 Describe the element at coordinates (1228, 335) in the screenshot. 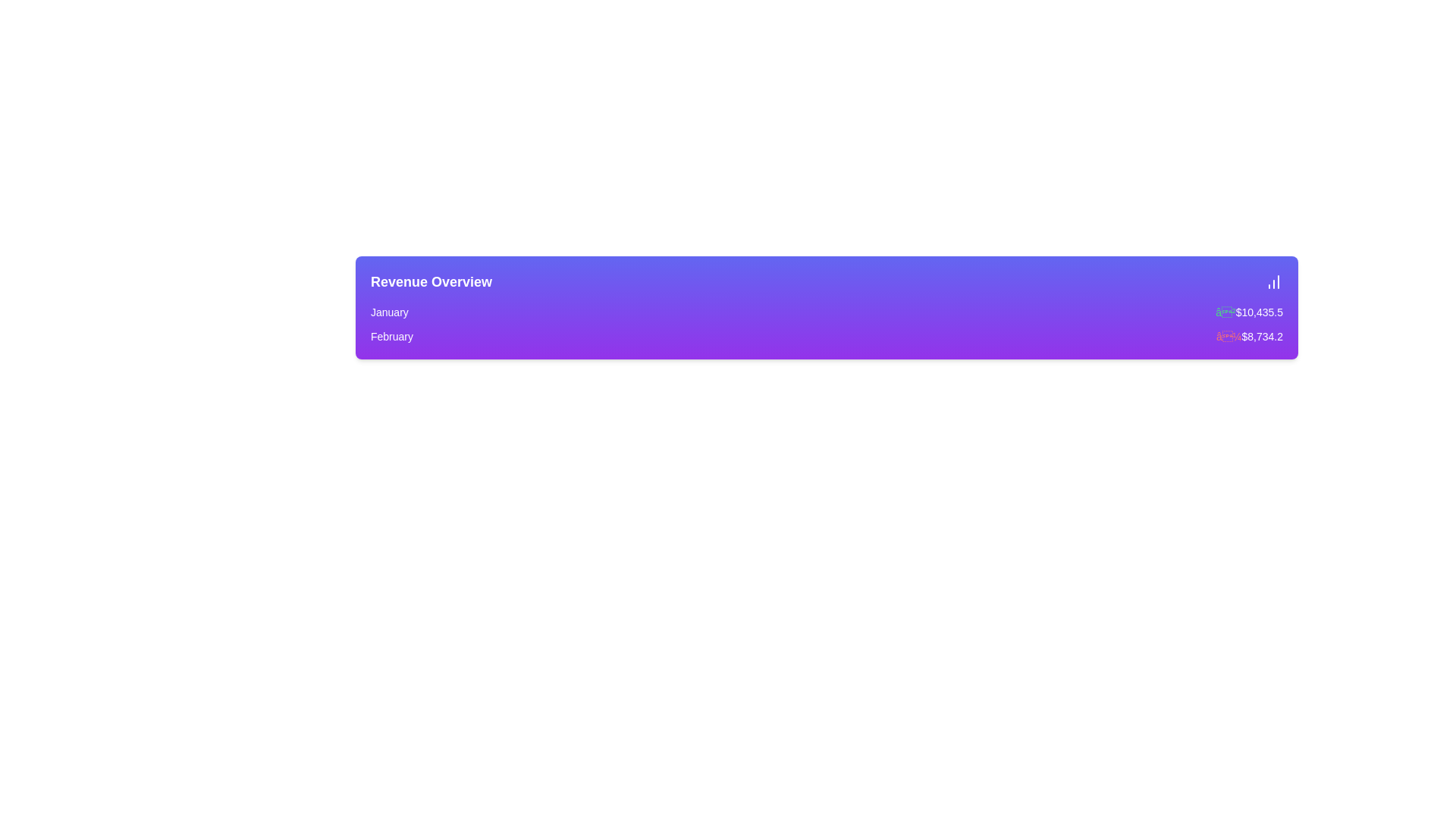

I see `the Text Display element located to the left of the text '$8,734.2' in the bottom right corner of the gradient box` at that location.